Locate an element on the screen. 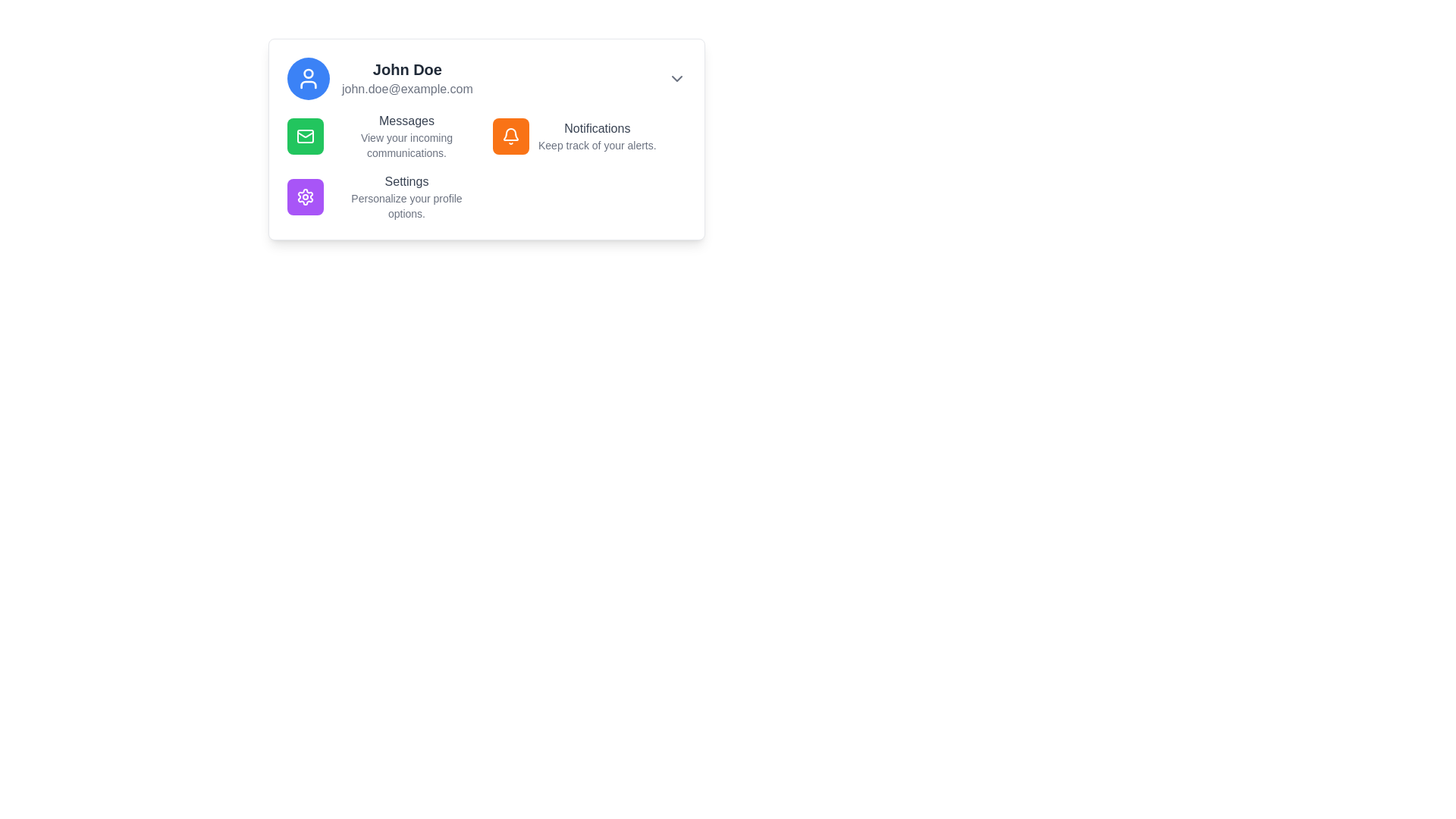 Image resolution: width=1456 pixels, height=819 pixels. the 'Notifications' text label, which is styled in bold gray font and positioned next to an orange bell icon in the middle section of the interface is located at coordinates (596, 127).